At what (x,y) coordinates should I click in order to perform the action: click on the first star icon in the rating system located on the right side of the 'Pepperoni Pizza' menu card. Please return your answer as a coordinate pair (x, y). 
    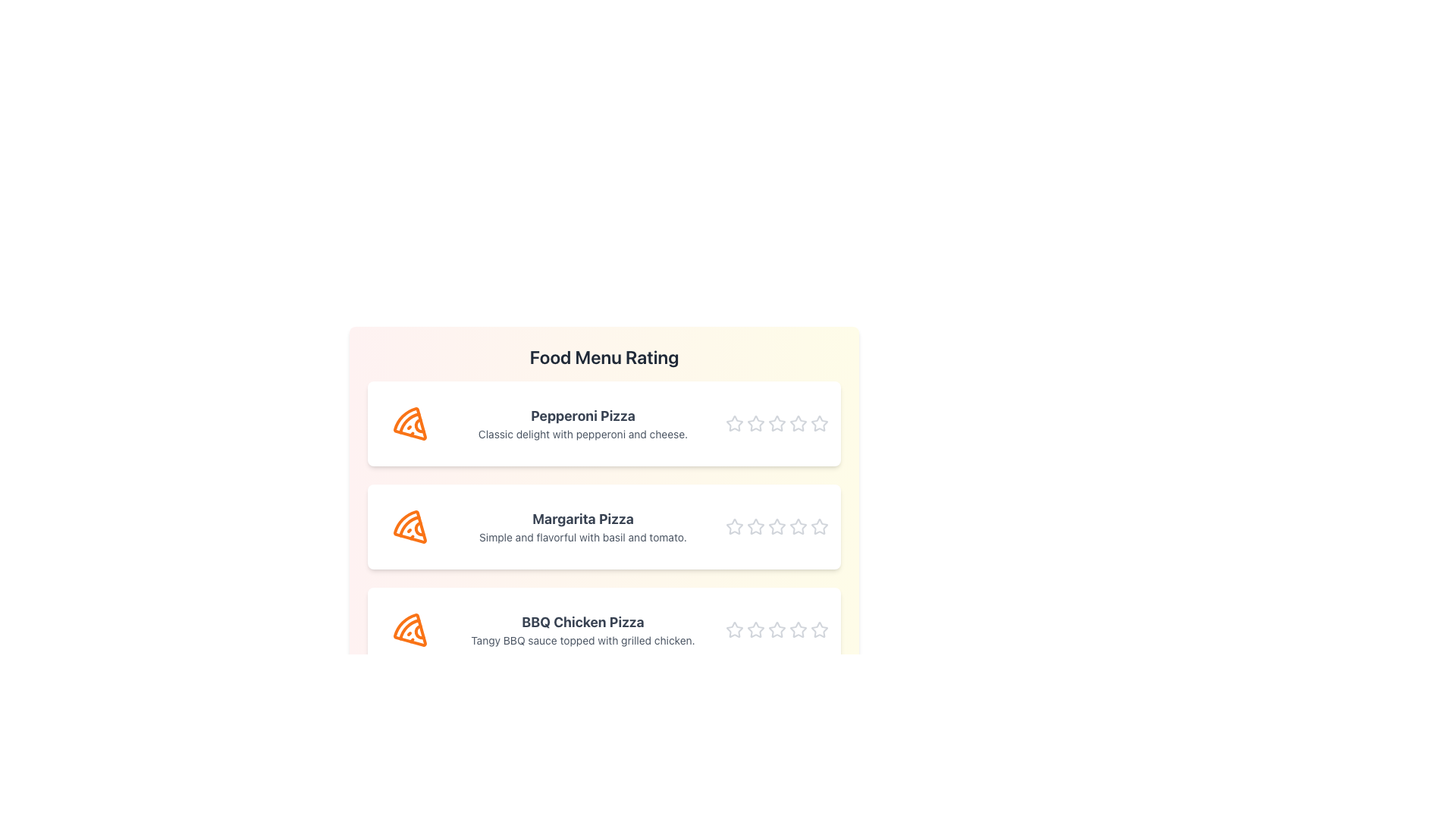
    Looking at the image, I should click on (735, 424).